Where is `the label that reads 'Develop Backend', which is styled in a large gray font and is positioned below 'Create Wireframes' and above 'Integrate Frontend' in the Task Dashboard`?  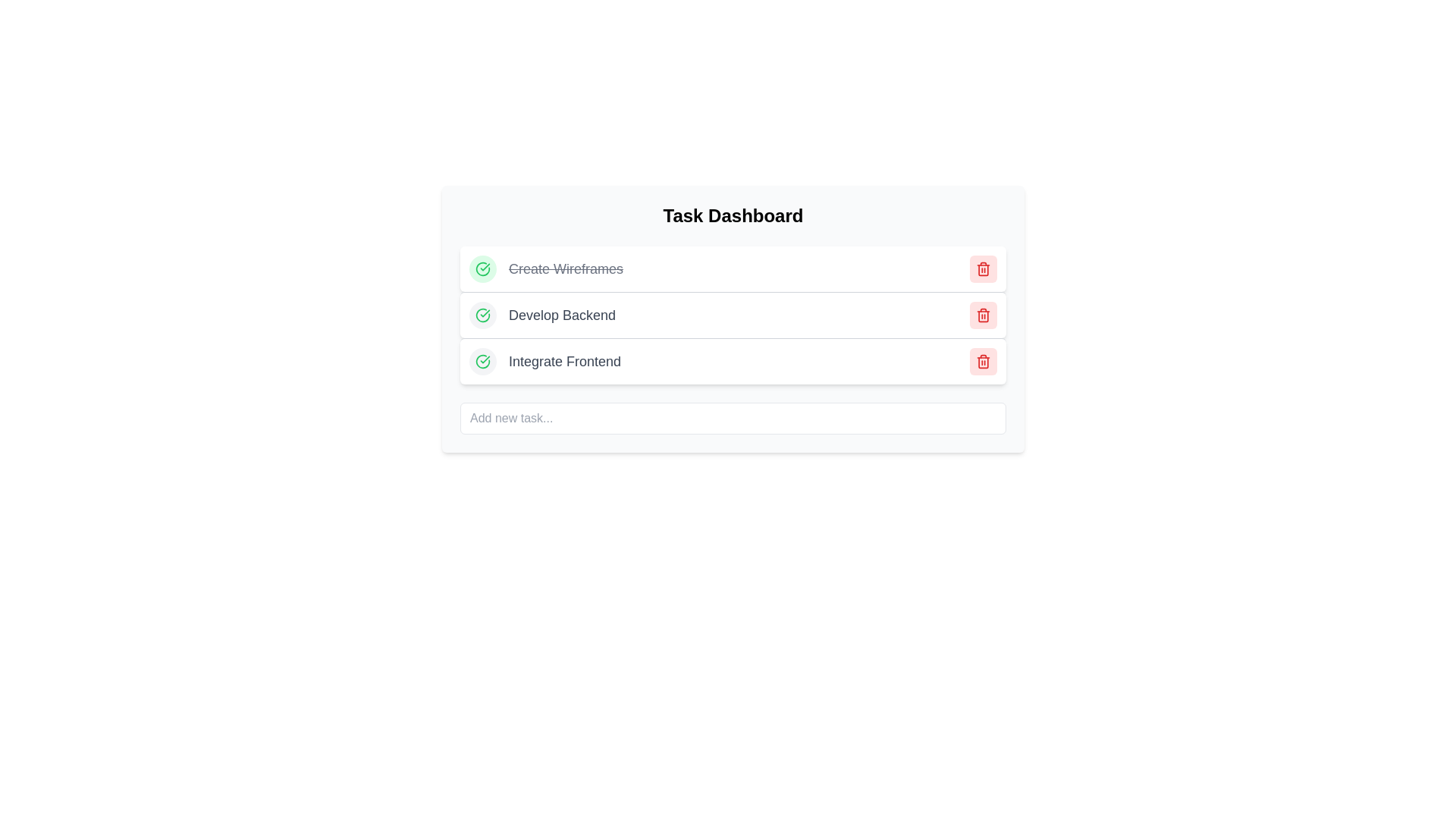
the label that reads 'Develop Backend', which is styled in a large gray font and is positioned below 'Create Wireframes' and above 'Integrate Frontend' in the Task Dashboard is located at coordinates (542, 315).